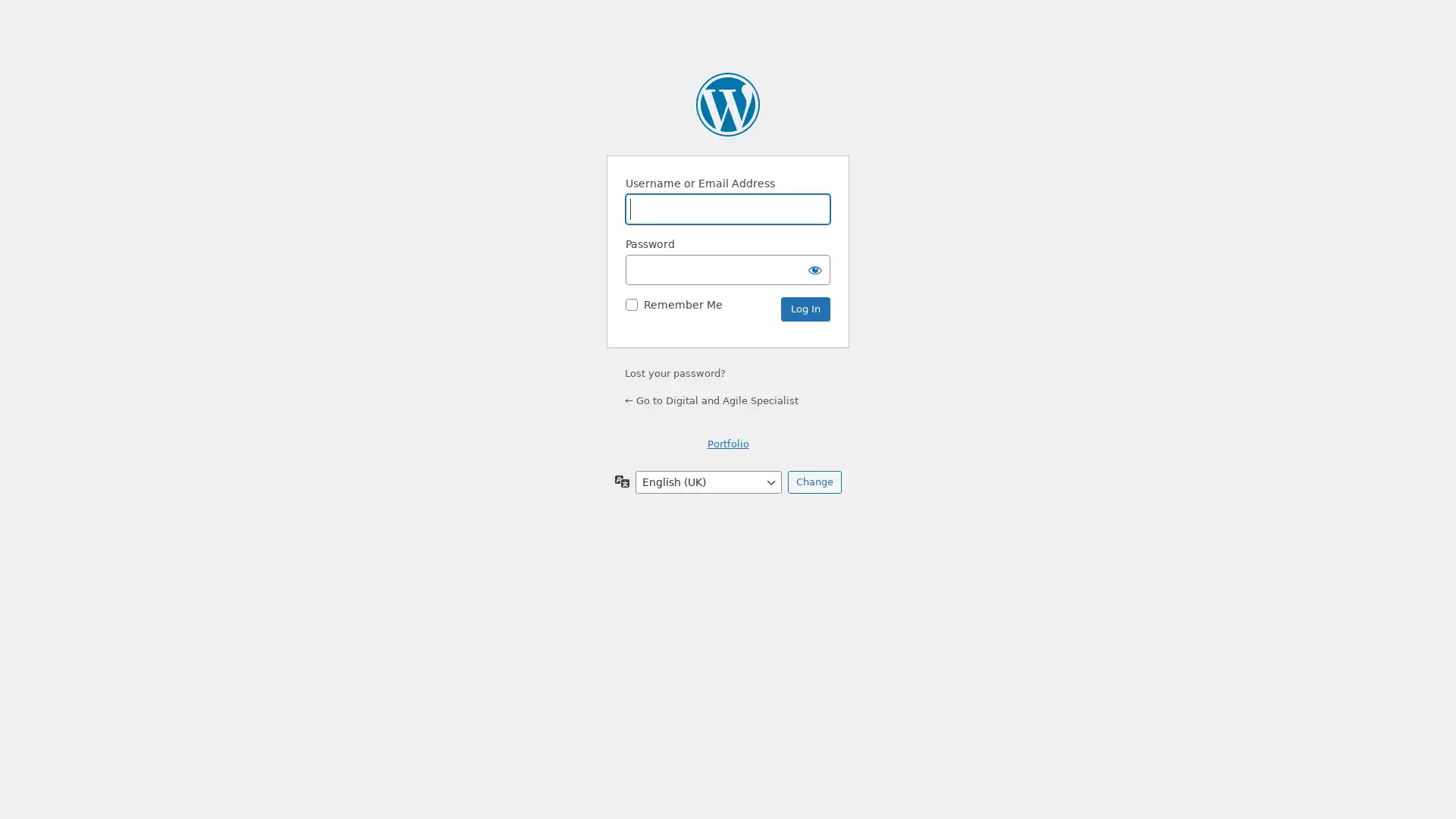 The width and height of the screenshot is (1456, 819). Describe the element at coordinates (805, 309) in the screenshot. I see `Log In` at that location.